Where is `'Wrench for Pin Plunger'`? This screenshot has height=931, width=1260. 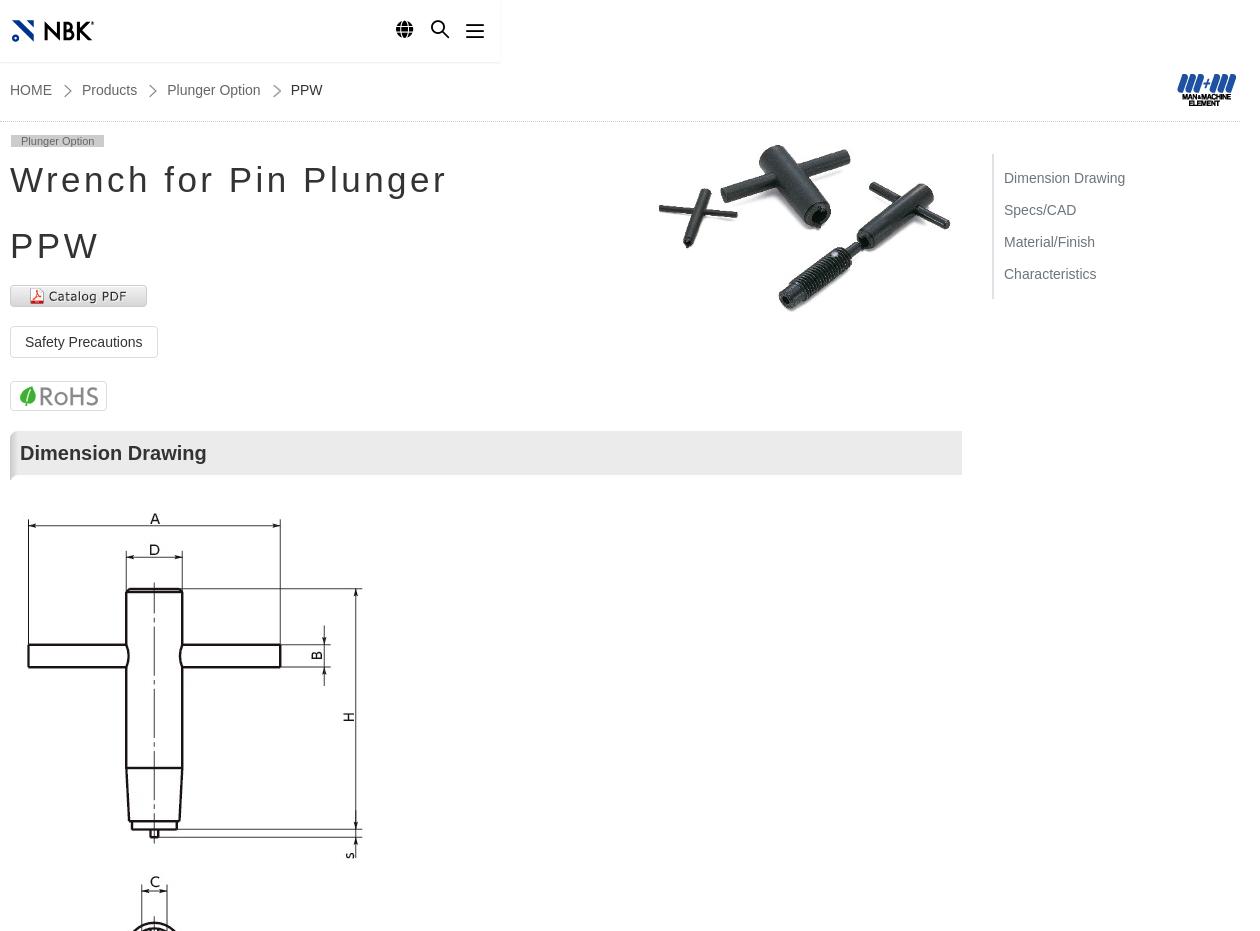 'Wrench for Pin Plunger' is located at coordinates (228, 178).